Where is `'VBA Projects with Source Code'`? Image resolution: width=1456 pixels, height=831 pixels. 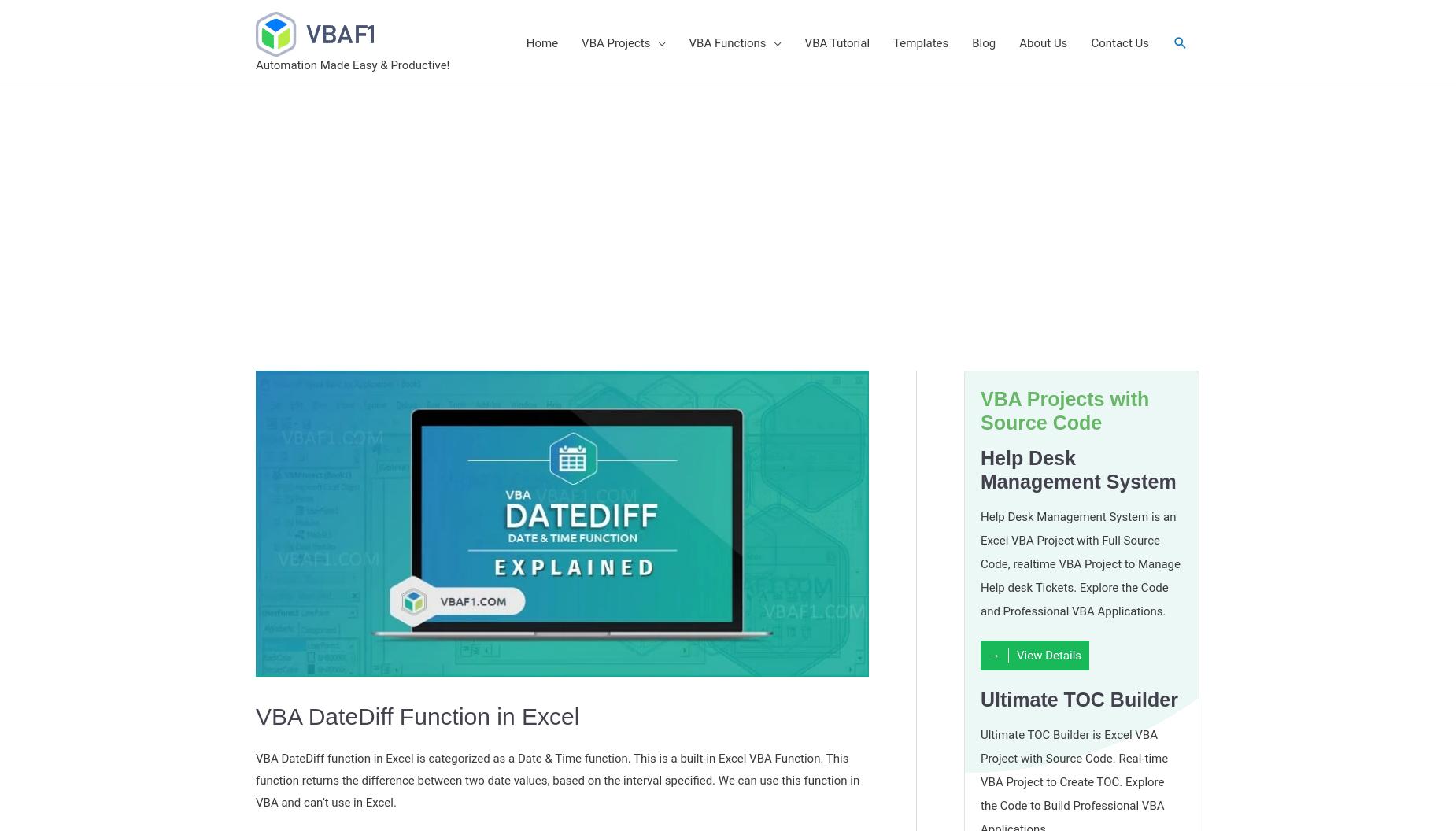 'VBA Projects with Source Code' is located at coordinates (1064, 409).